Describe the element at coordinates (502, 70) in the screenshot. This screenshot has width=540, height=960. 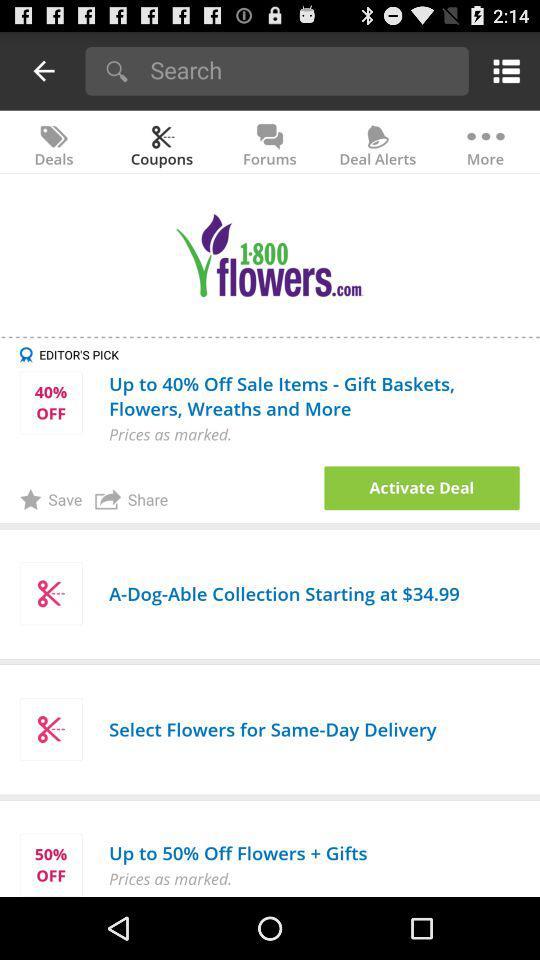
I see `menu options` at that location.